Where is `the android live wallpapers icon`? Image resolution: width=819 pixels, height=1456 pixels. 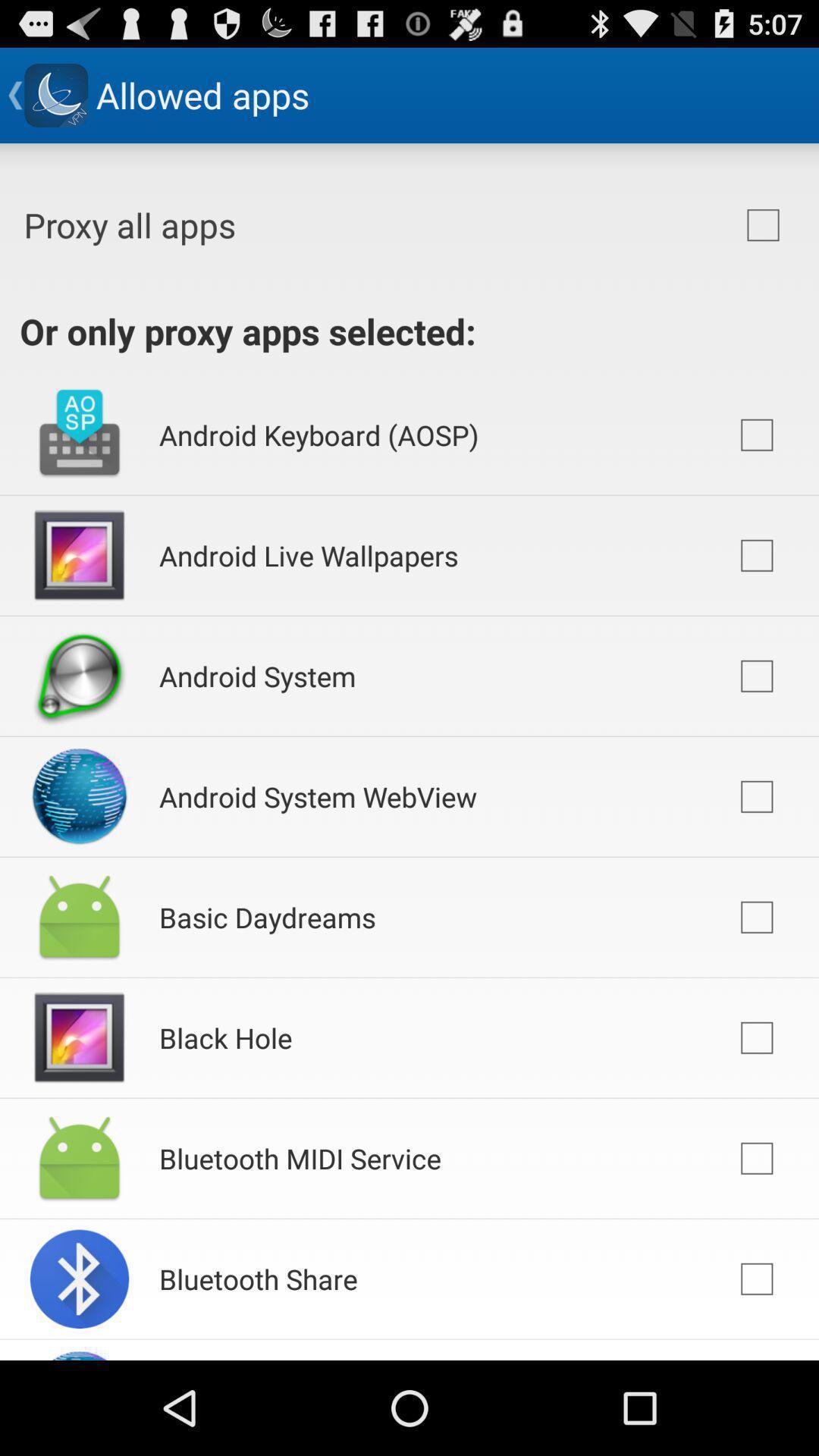
the android live wallpapers icon is located at coordinates (308, 554).